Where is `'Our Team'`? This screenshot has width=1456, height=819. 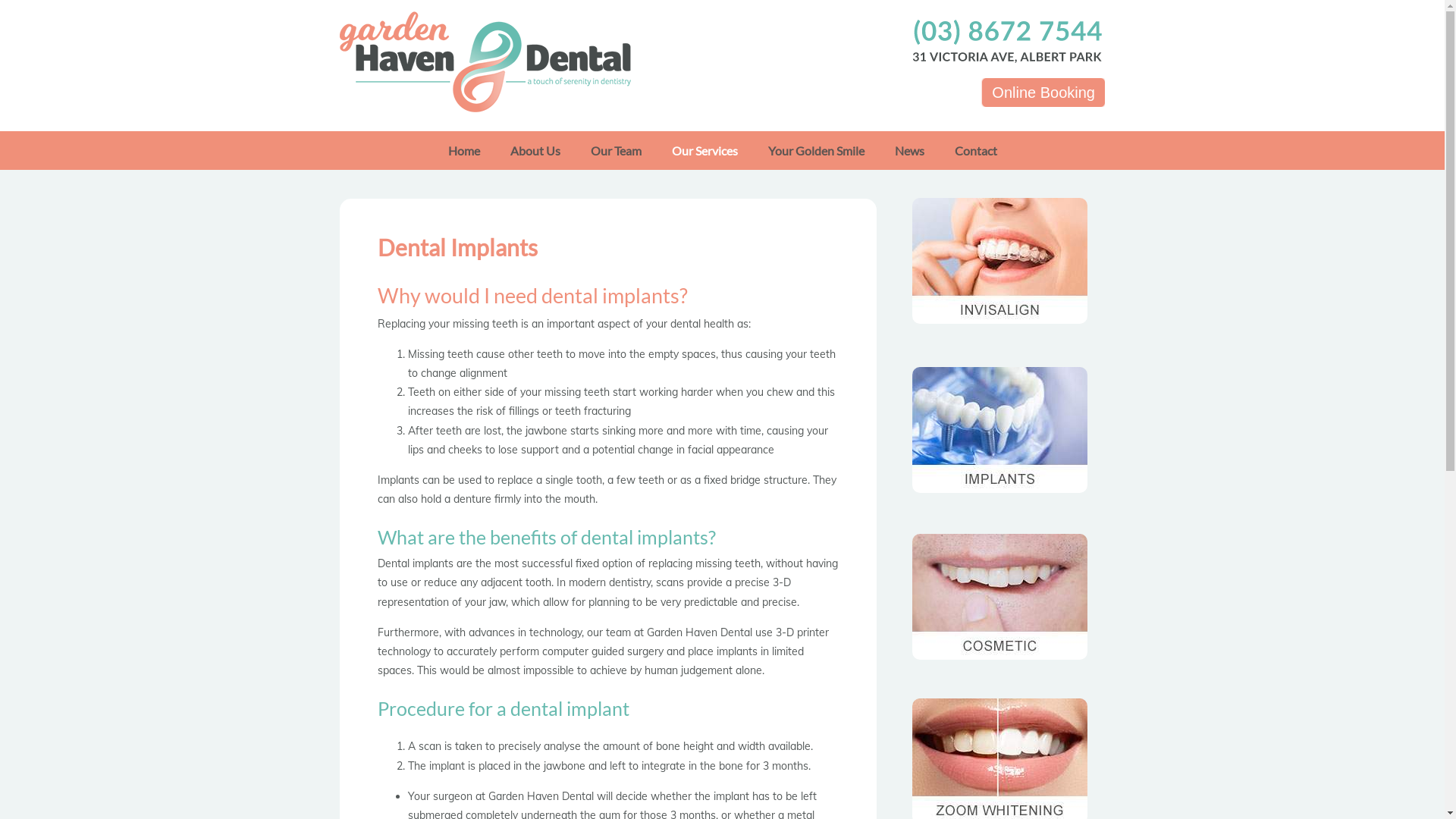 'Our Team' is located at coordinates (615, 150).